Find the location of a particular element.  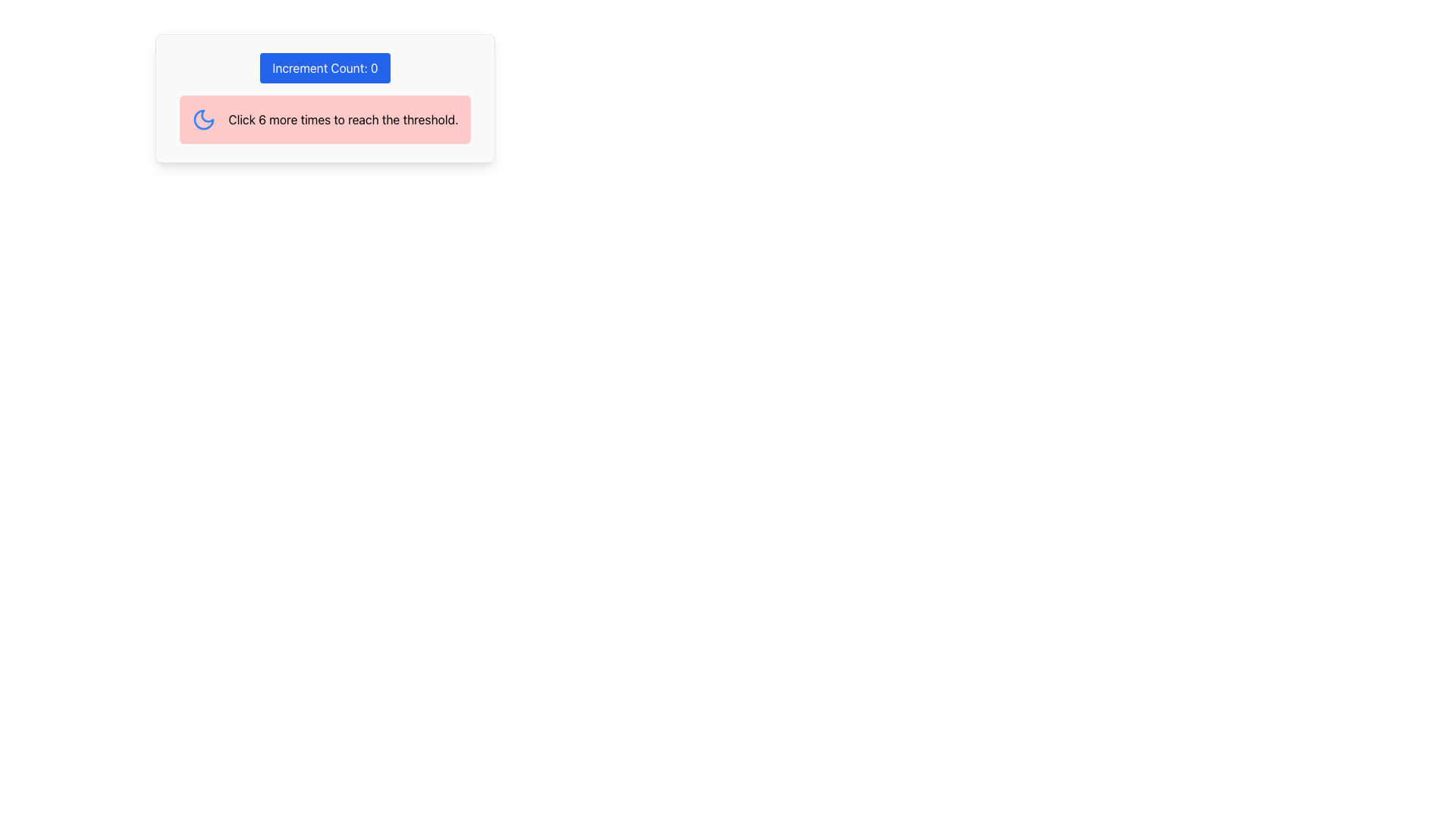

the decorative moon-themed icon located near the top-left corner of the rectangular section with a blue-label widget and a pink notification area is located at coordinates (203, 119).